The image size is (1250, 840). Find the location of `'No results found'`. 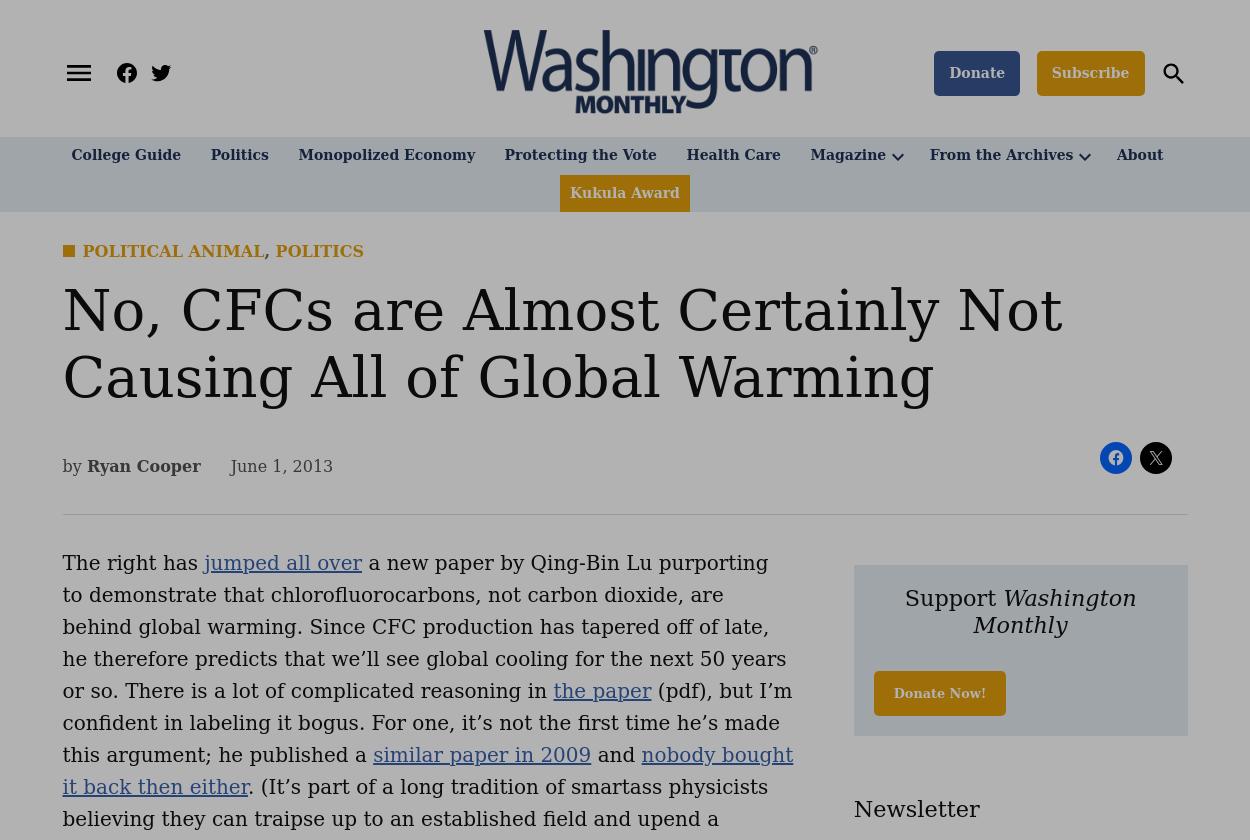

'No results found' is located at coordinates (206, 134).